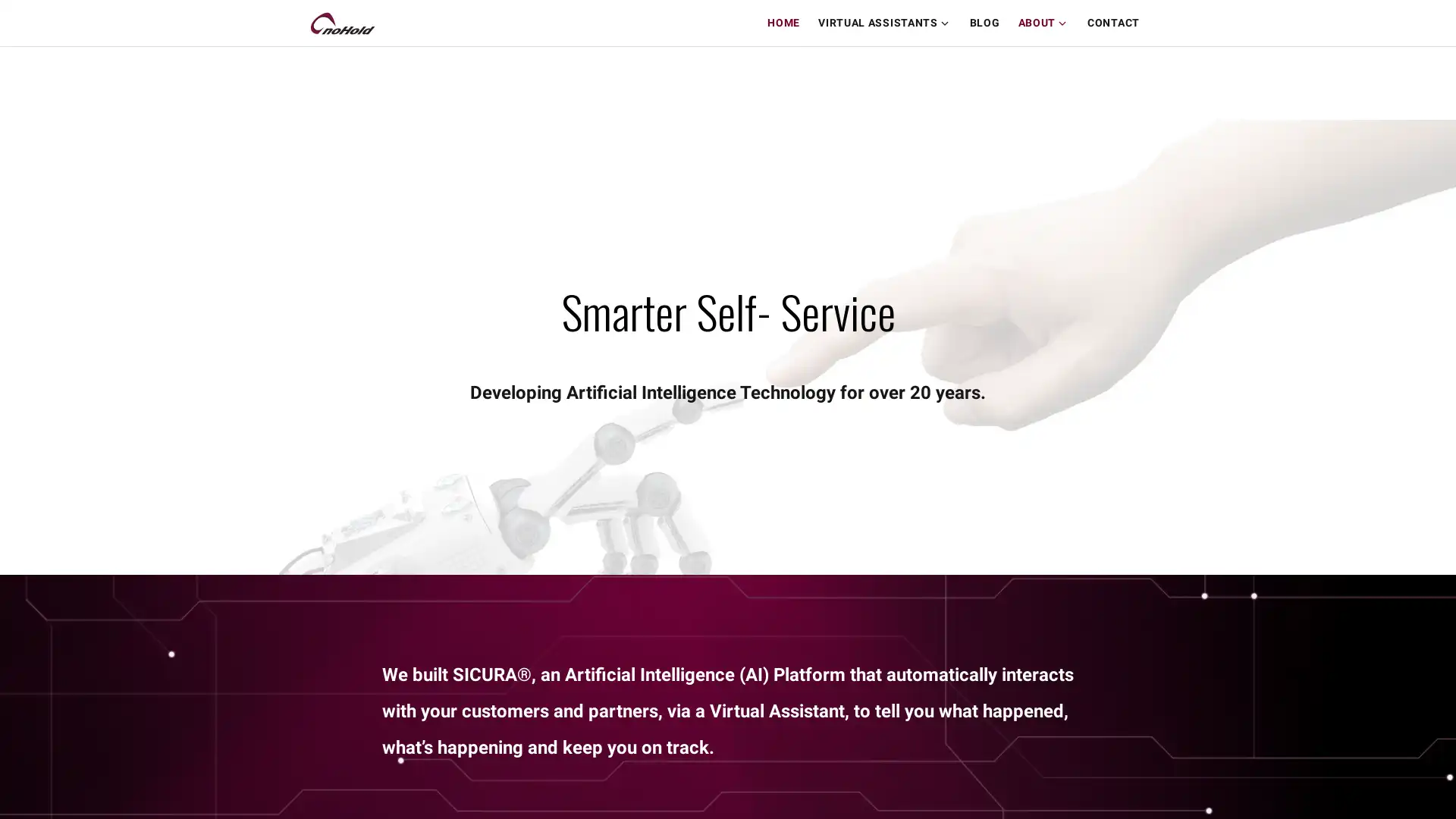  What do you see at coordinates (1065, 23) in the screenshot?
I see `Show submenu for About` at bounding box center [1065, 23].